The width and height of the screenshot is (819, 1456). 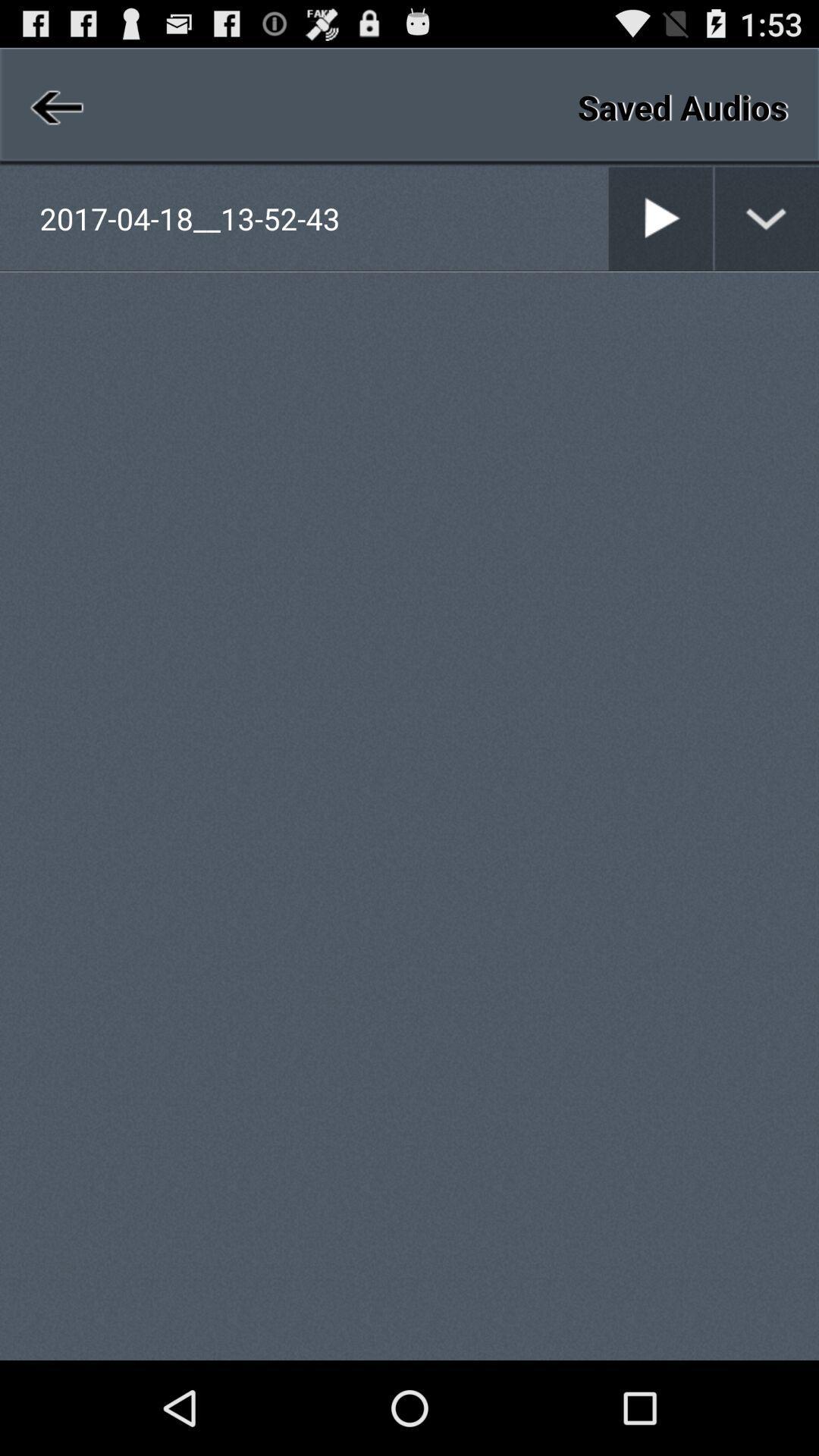 I want to click on the app to the left of the saved audios, so click(x=54, y=106).